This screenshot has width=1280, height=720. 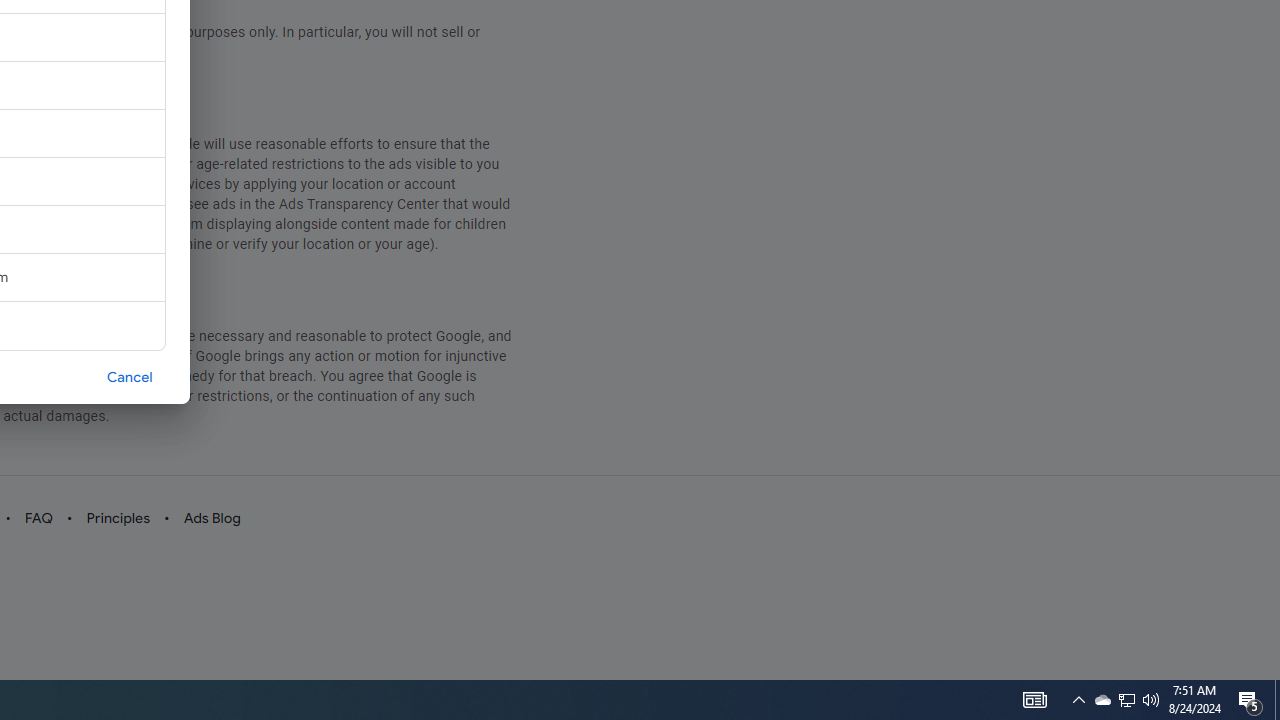 I want to click on 'Ads Blog', so click(x=211, y=517).